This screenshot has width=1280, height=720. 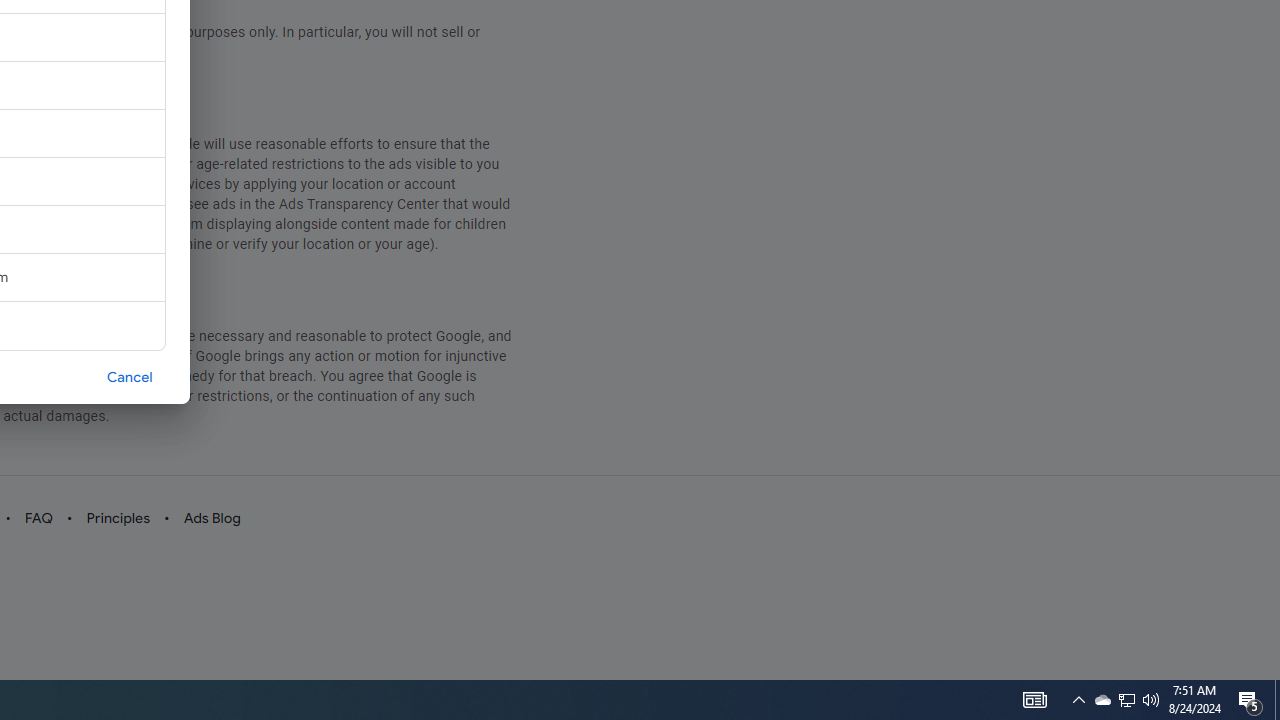 I want to click on 'Ads Blog', so click(x=211, y=517).